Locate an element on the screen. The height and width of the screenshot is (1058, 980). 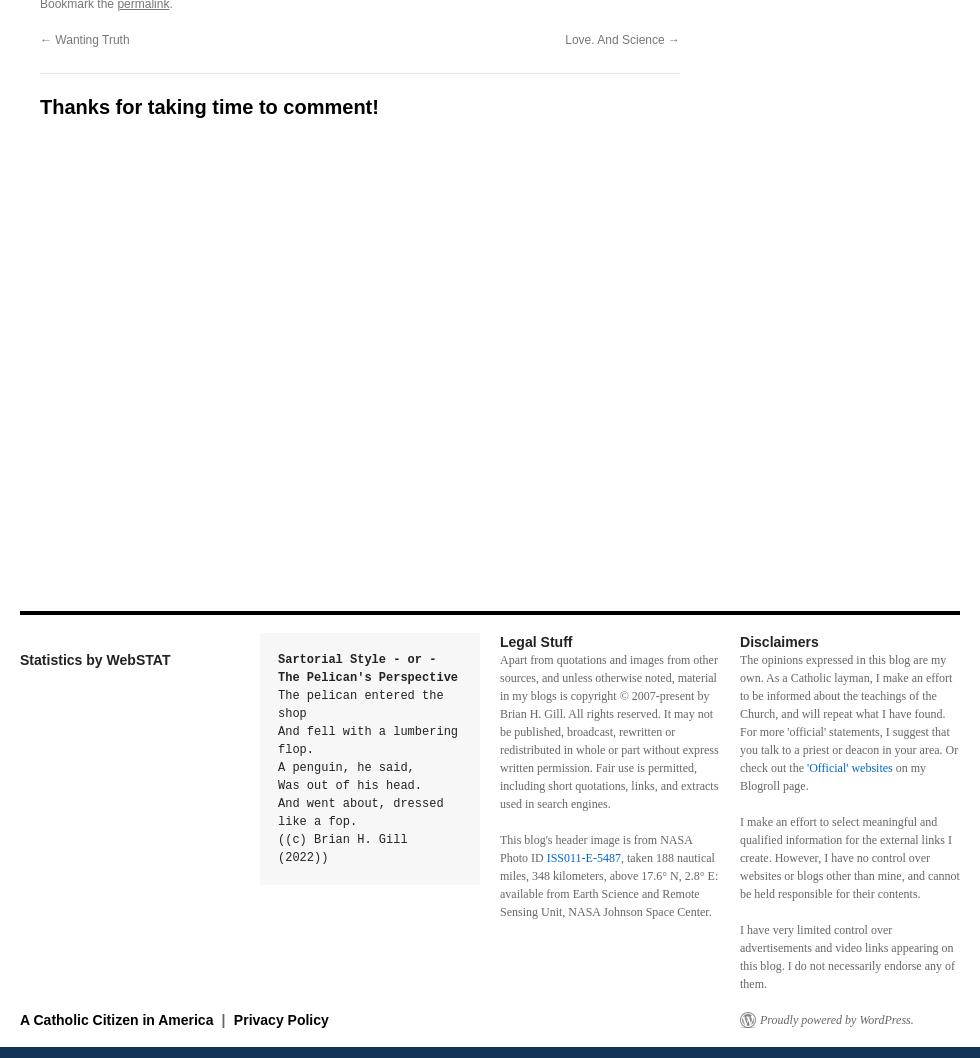
'I make an effort to select meaningful and qualified information for the external links I create. However, I have no control over websites or blogs other than mine, and cannot be held responsible for their contents.' is located at coordinates (849, 857).